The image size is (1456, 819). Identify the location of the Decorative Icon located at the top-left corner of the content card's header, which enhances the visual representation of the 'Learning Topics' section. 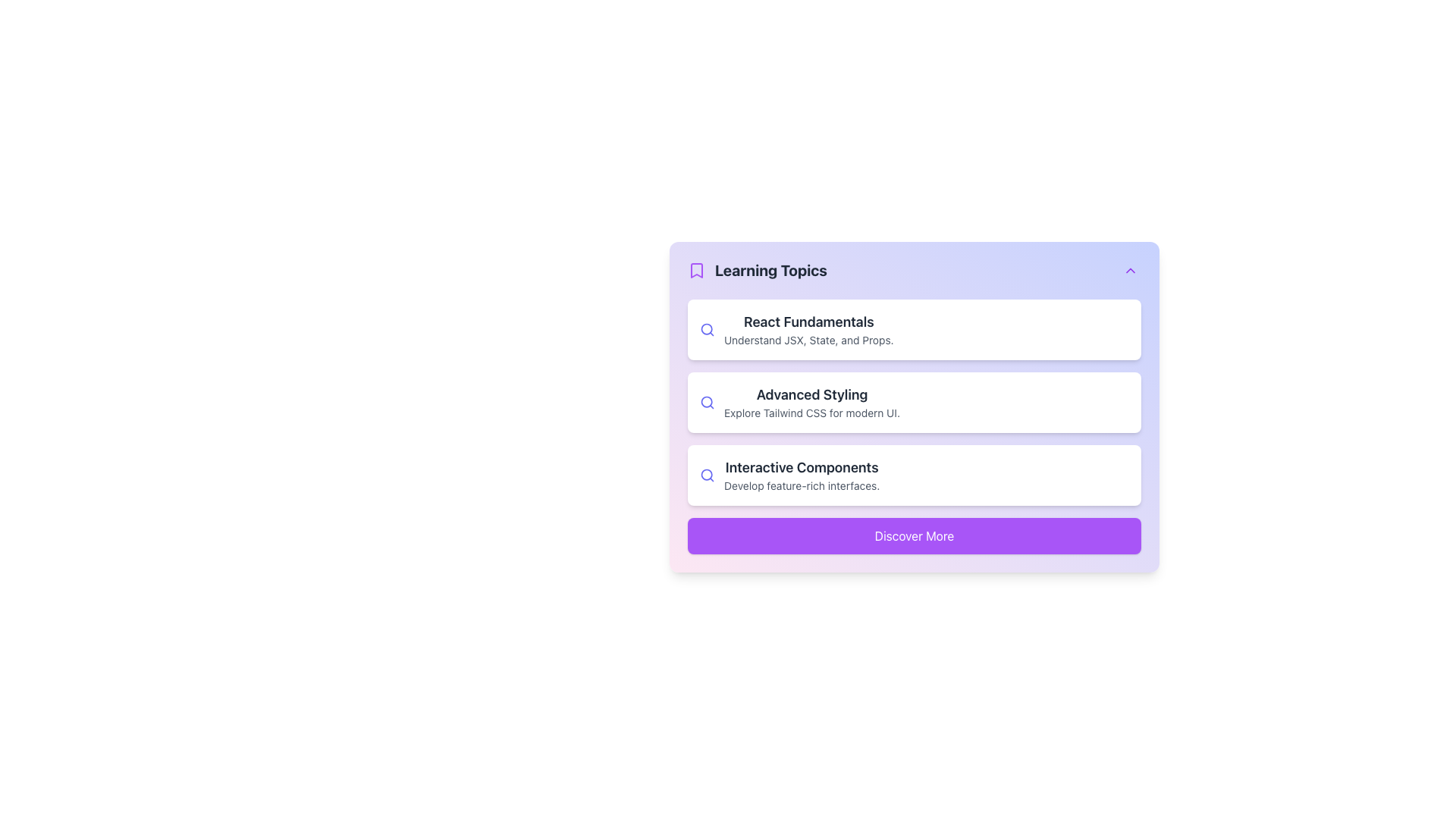
(695, 270).